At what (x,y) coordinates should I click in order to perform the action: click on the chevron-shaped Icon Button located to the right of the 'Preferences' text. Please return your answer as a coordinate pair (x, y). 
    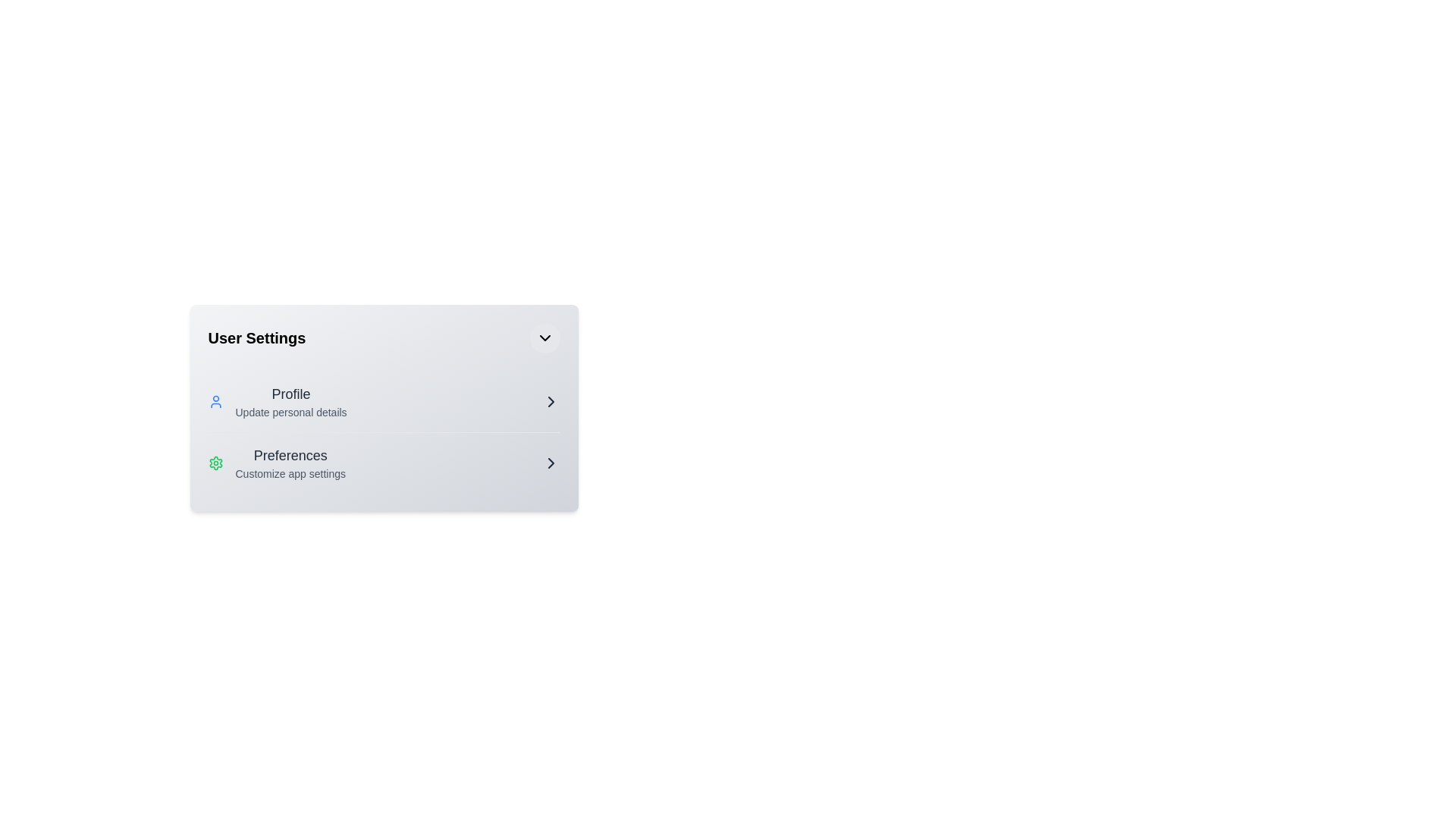
    Looking at the image, I should click on (550, 462).